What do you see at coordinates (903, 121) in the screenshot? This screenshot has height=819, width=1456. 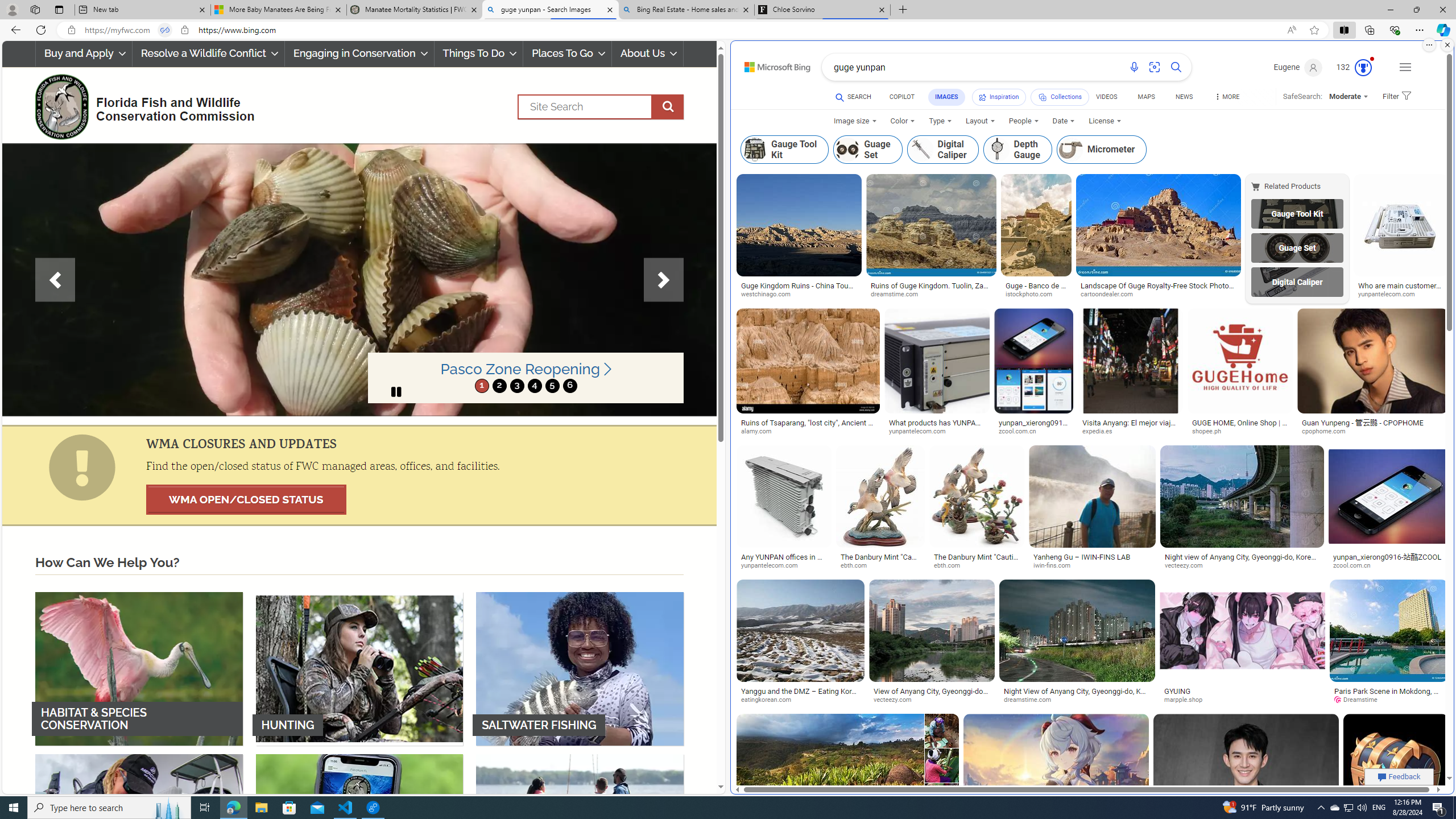 I see `'Color'` at bounding box center [903, 121].